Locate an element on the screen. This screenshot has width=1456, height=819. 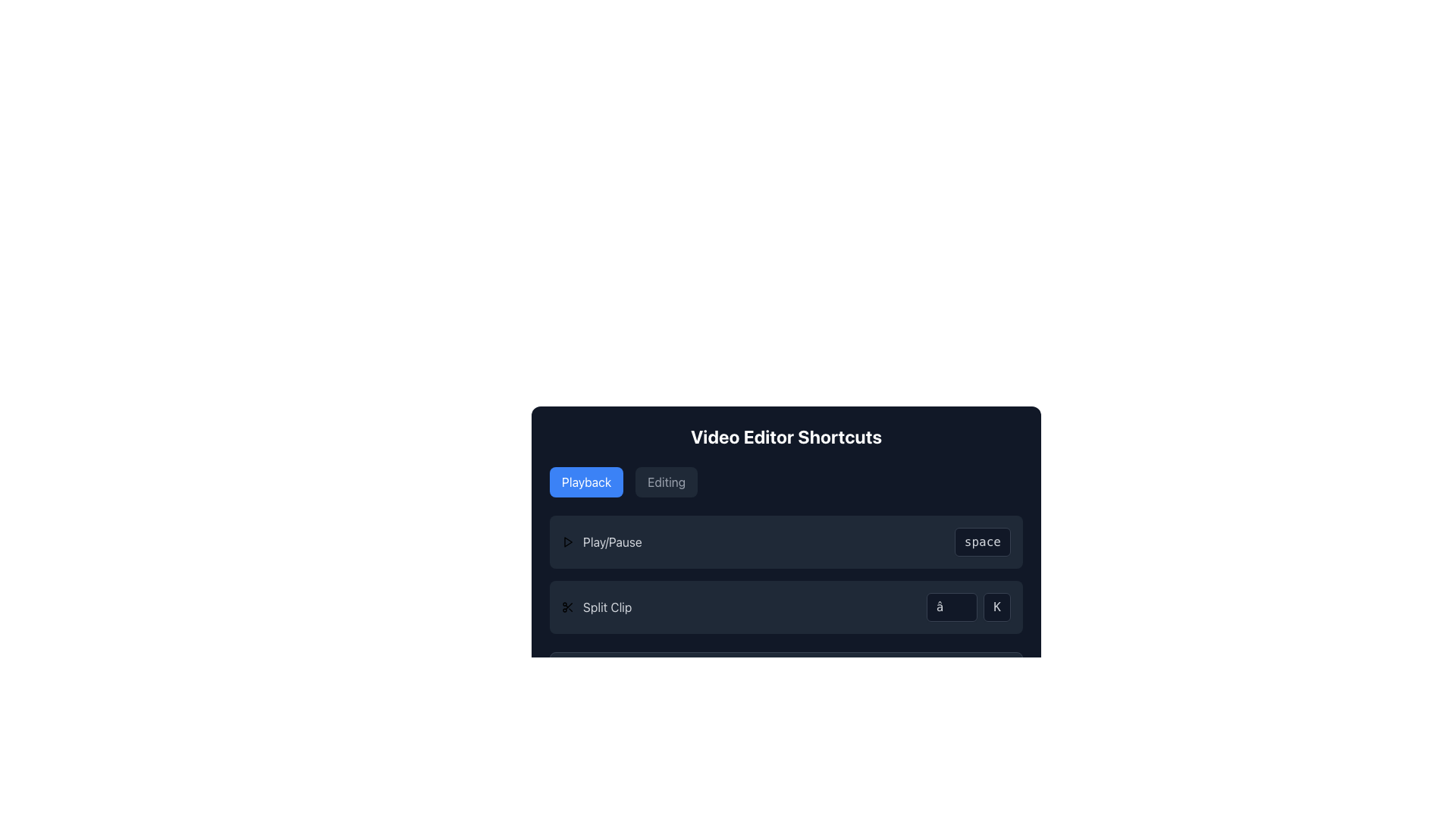
the 'Playback' button, which is a rectangular button with rounded corners, styled with a blue background and white text, located in the top-left corner of a horizontal group of two buttons is located at coordinates (585, 482).